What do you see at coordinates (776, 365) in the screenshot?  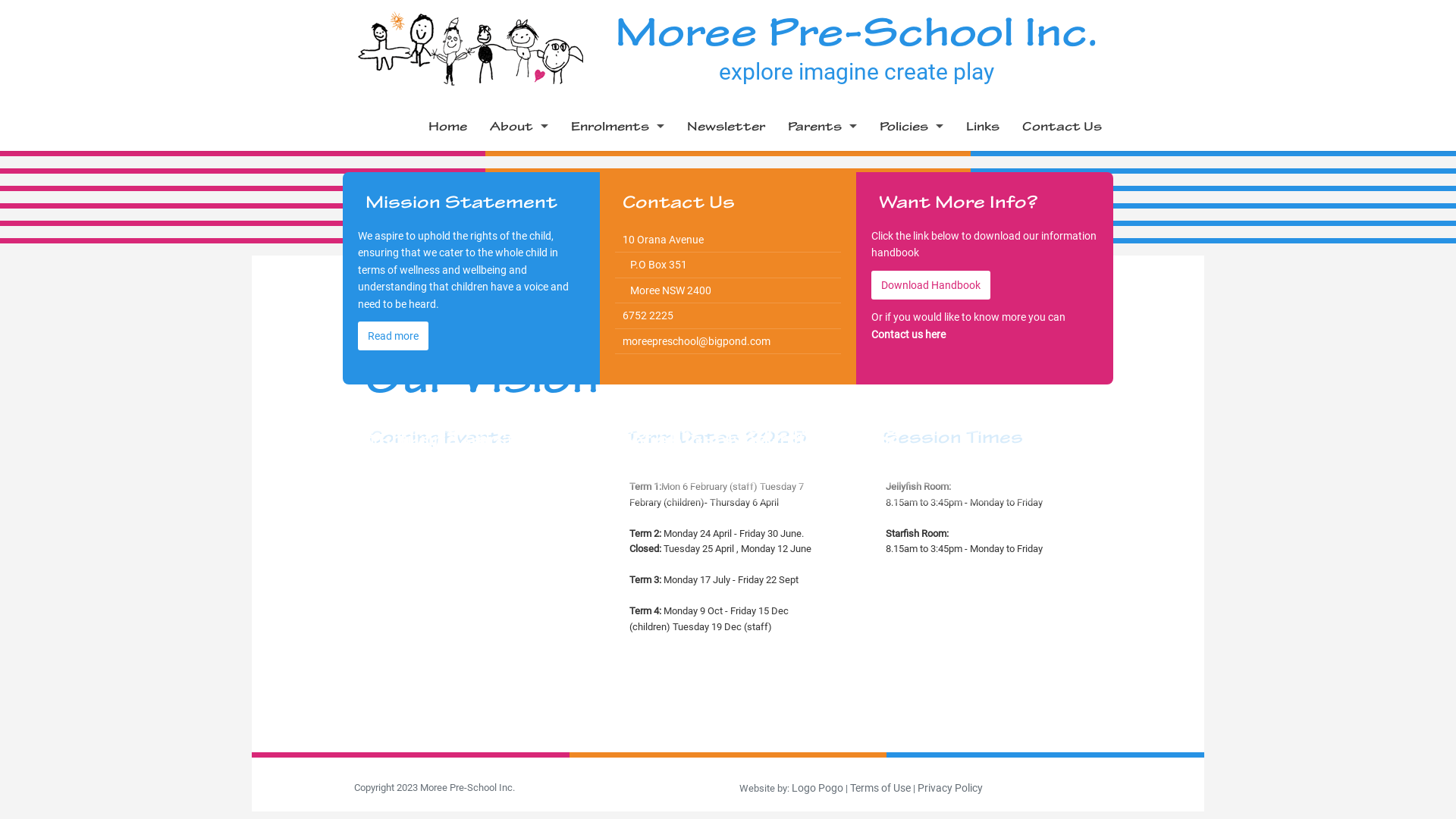 I see `'Medical Information'` at bounding box center [776, 365].